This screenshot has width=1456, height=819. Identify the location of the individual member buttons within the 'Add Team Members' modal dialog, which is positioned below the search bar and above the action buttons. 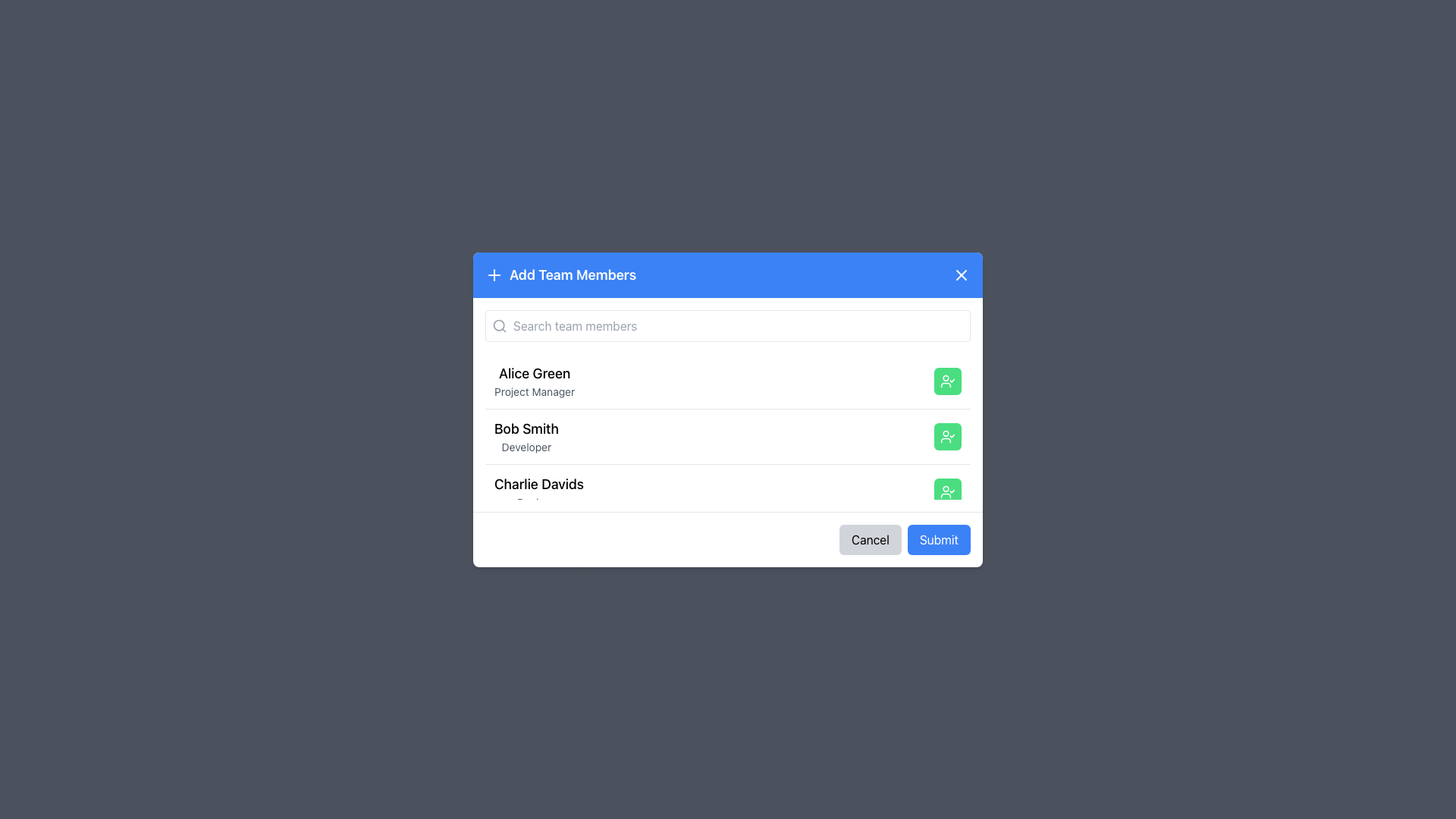
(728, 403).